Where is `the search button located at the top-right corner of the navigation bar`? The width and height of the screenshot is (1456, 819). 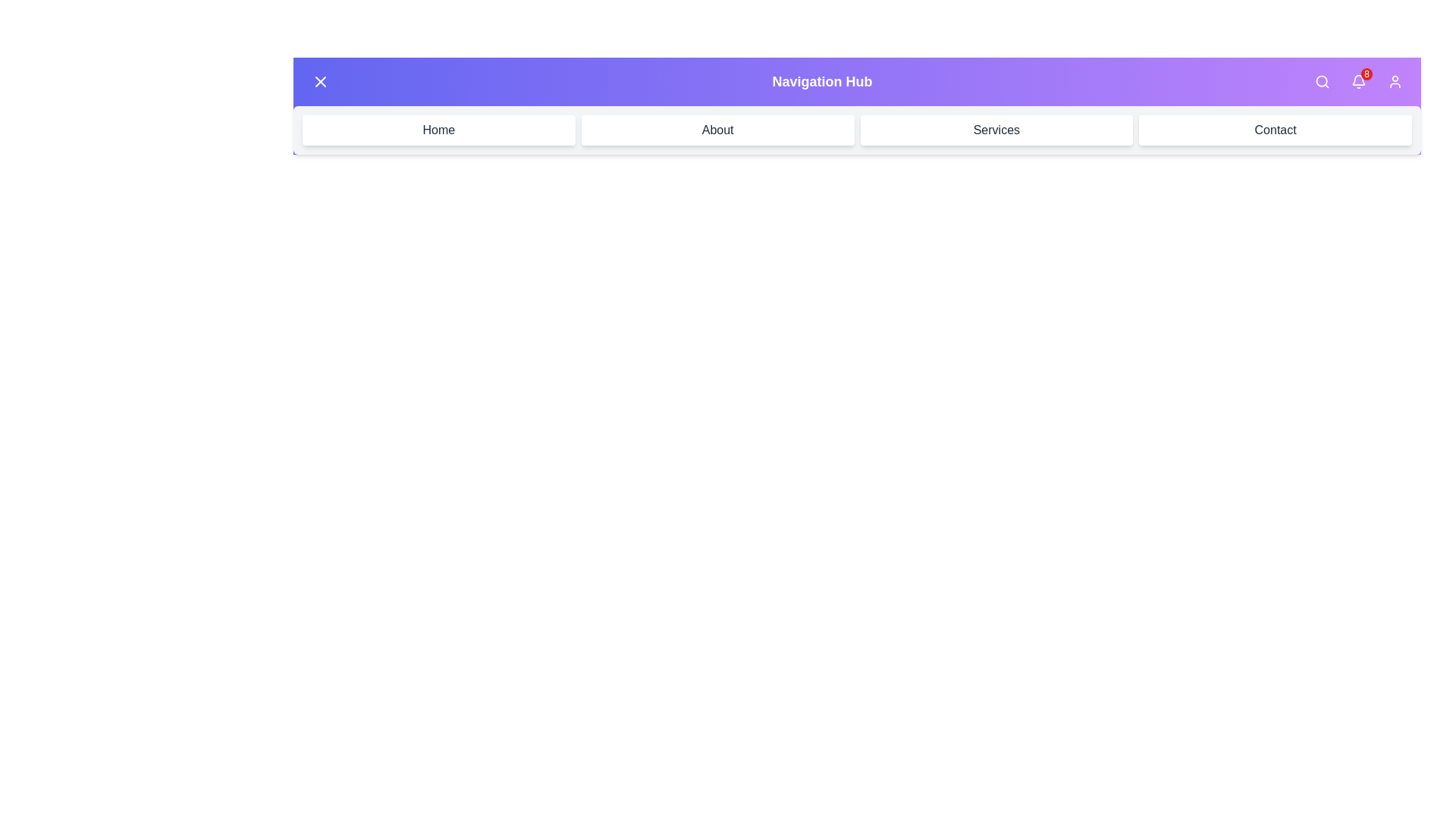
the search button located at the top-right corner of the navigation bar is located at coordinates (1321, 82).